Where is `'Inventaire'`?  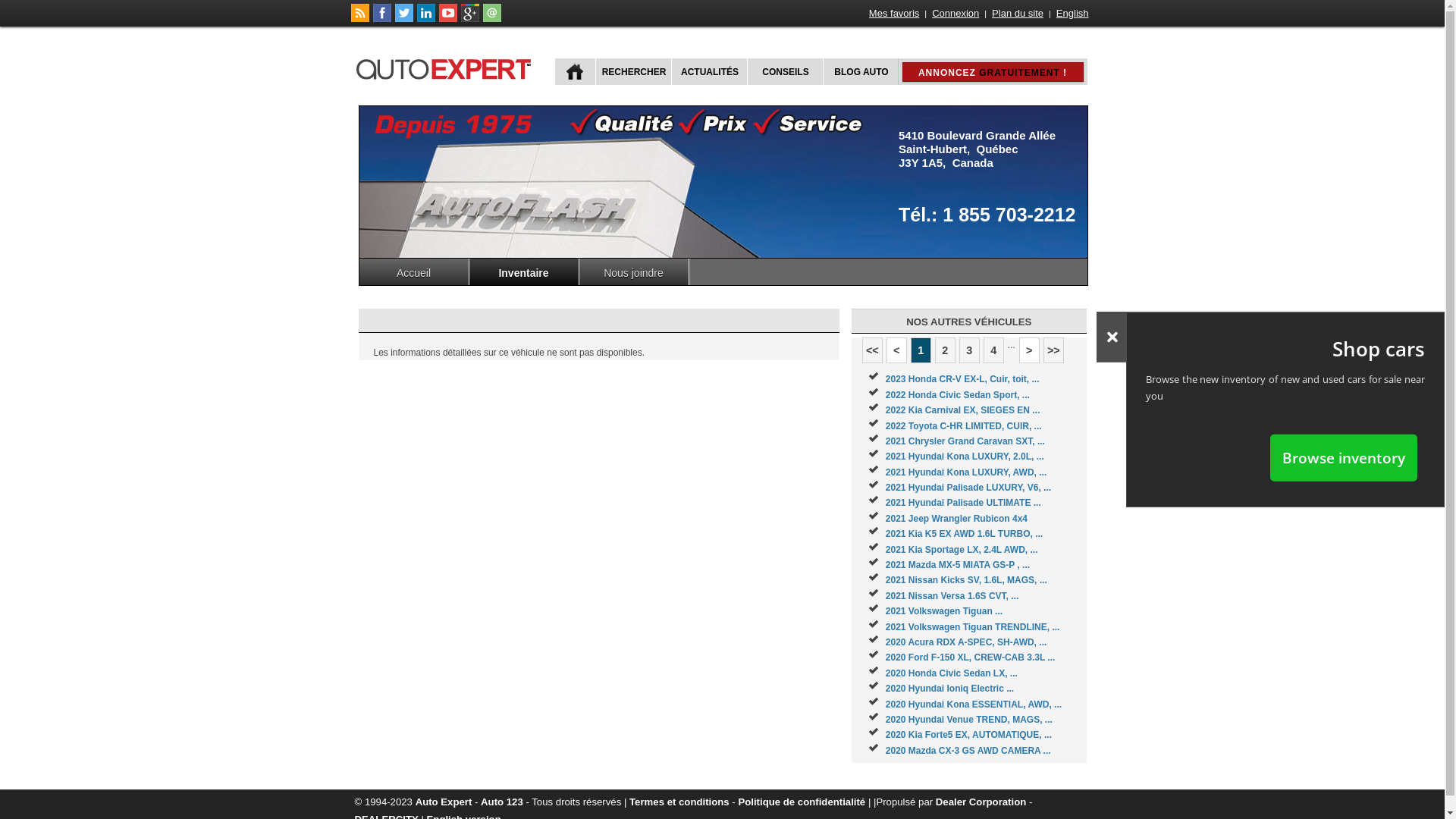 'Inventaire' is located at coordinates (523, 271).